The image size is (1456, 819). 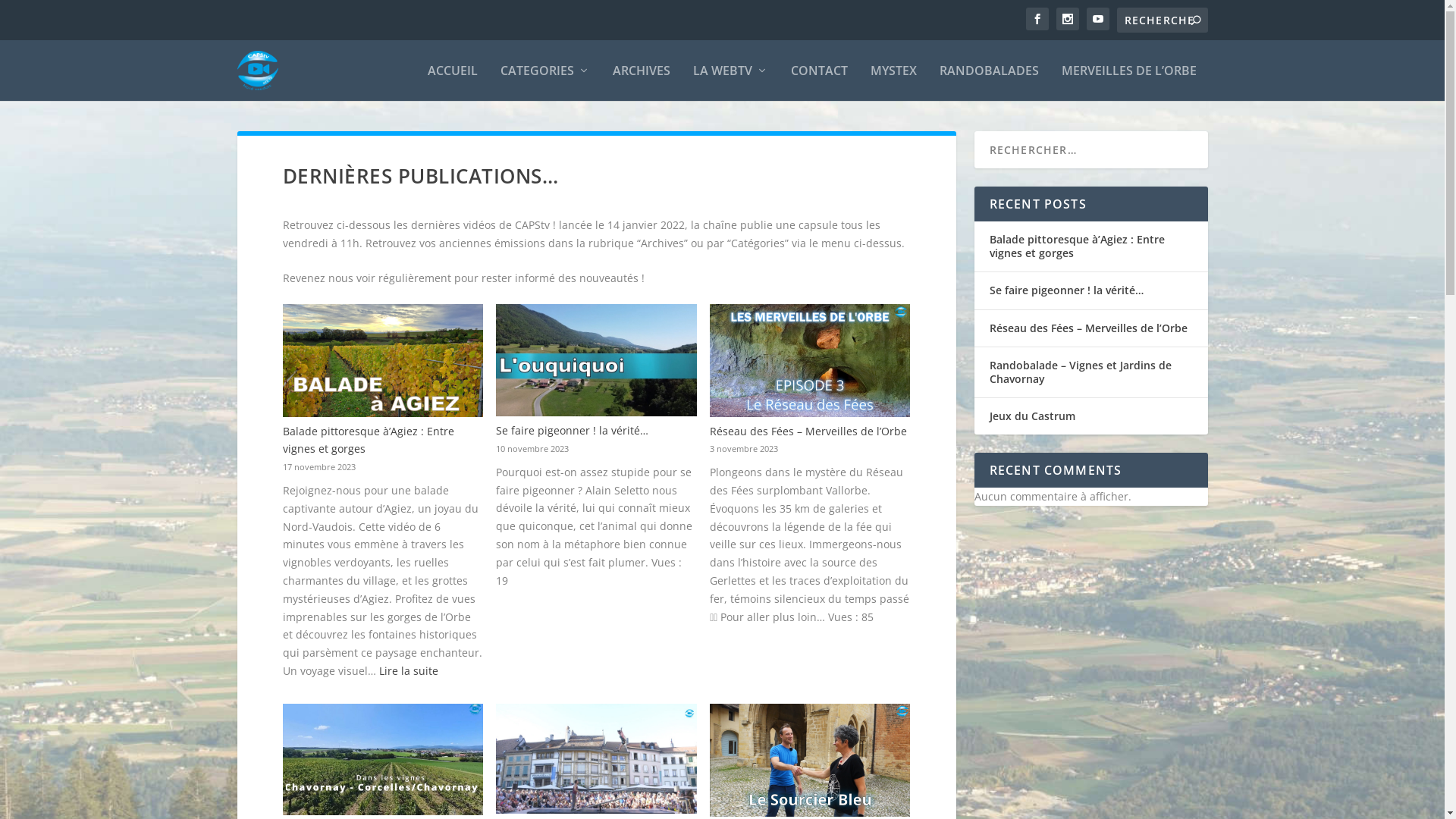 What do you see at coordinates (1031, 416) in the screenshot?
I see `'Jeux du Castrum'` at bounding box center [1031, 416].